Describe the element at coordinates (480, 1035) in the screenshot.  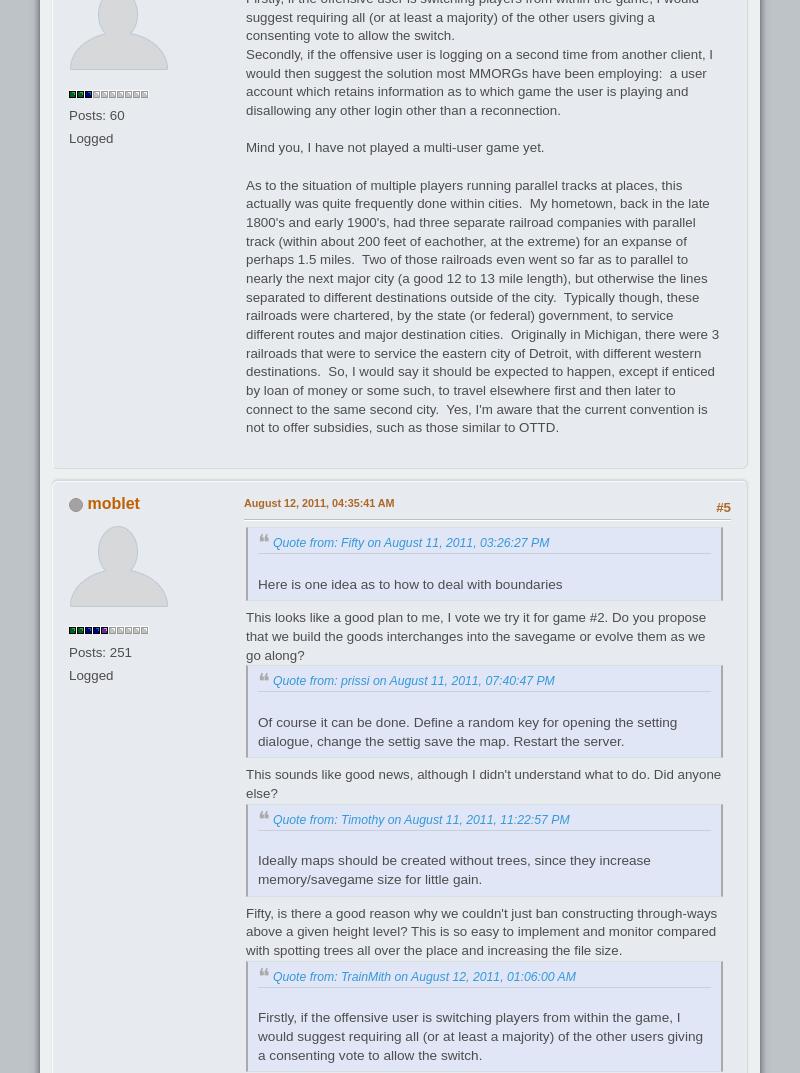
I see `'Firstly, if the offensive user is switching players from within the game, I would suggest requiring all (or at least a majority) of the other users giving a consenting vote to allow the switch.'` at that location.